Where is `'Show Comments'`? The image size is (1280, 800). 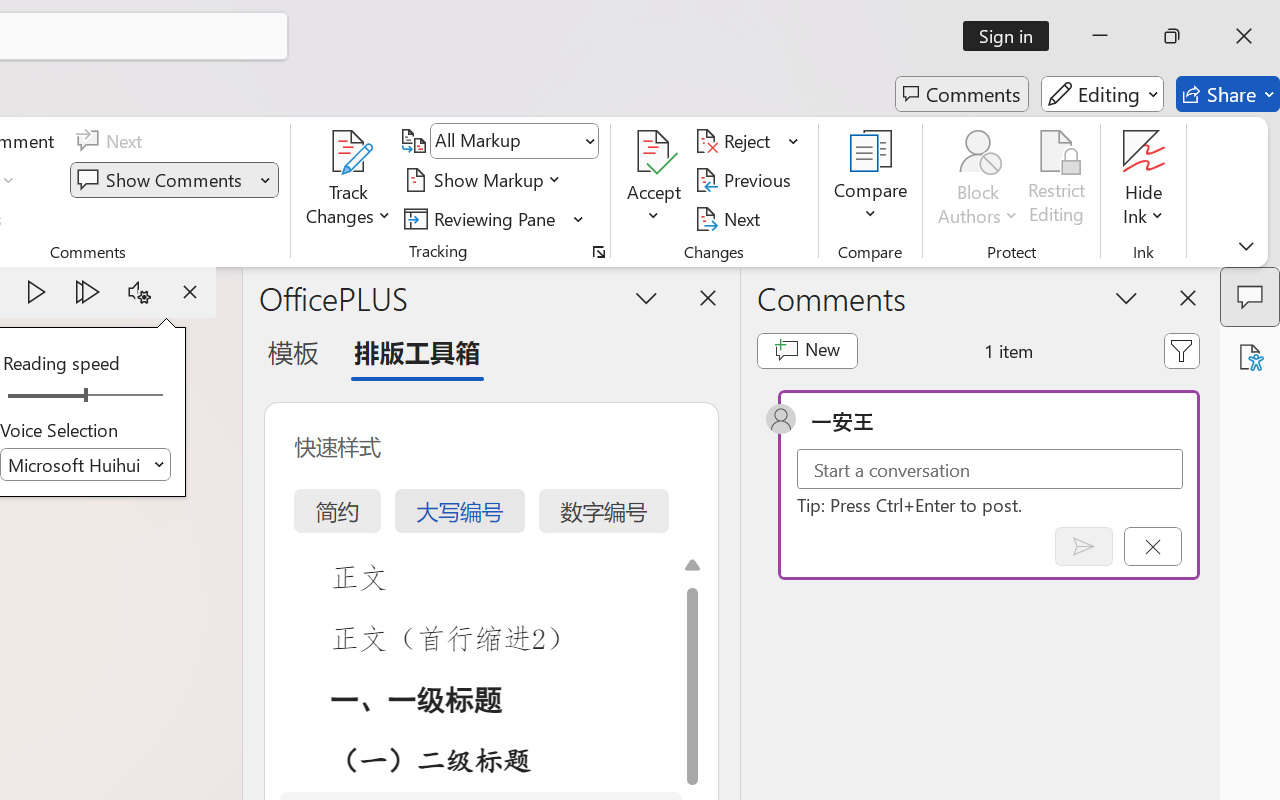
'Show Comments' is located at coordinates (174, 179).